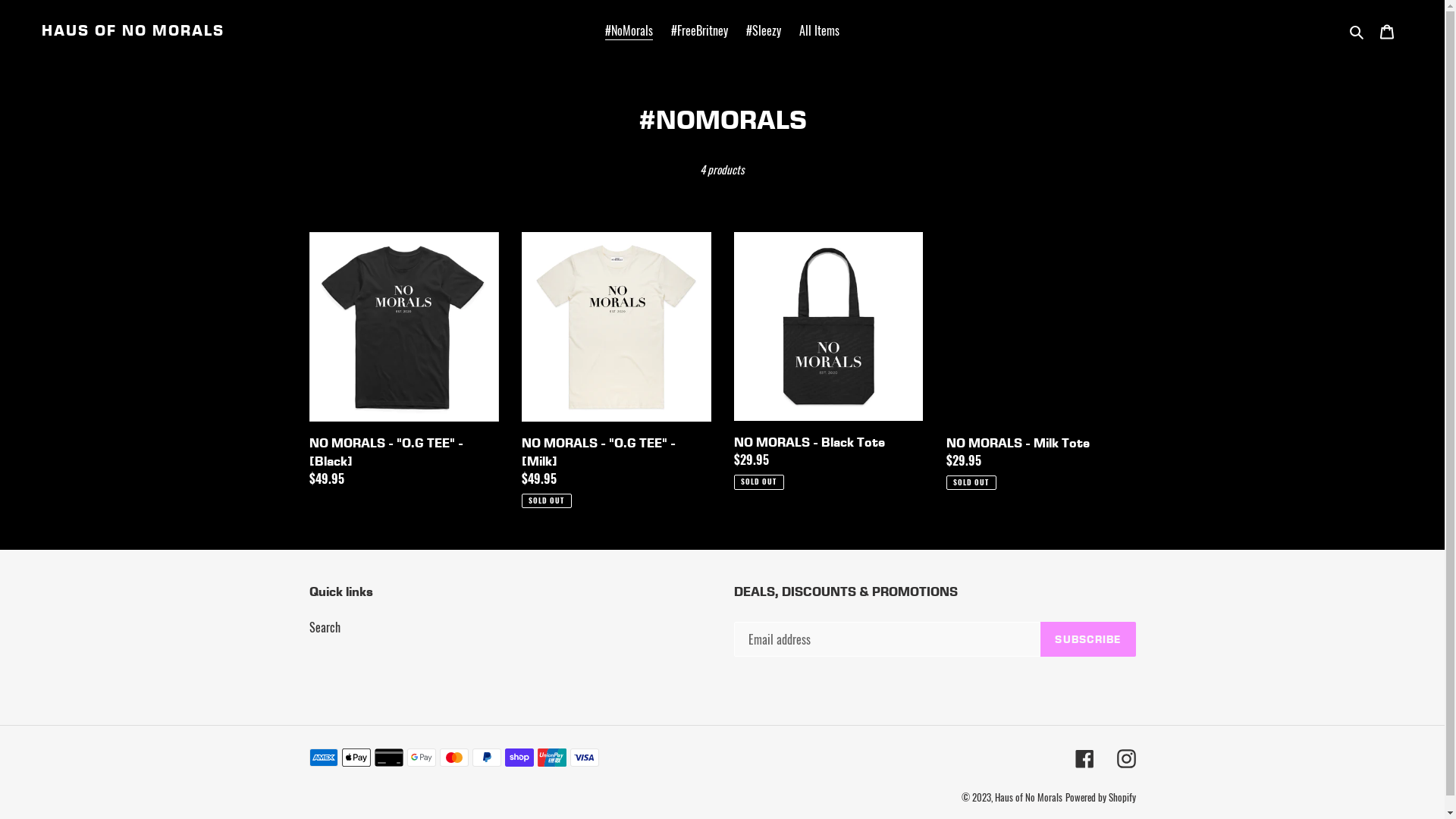 This screenshot has width=1456, height=819. Describe the element at coordinates (1087, 639) in the screenshot. I see `'SUBSCRIBE'` at that location.